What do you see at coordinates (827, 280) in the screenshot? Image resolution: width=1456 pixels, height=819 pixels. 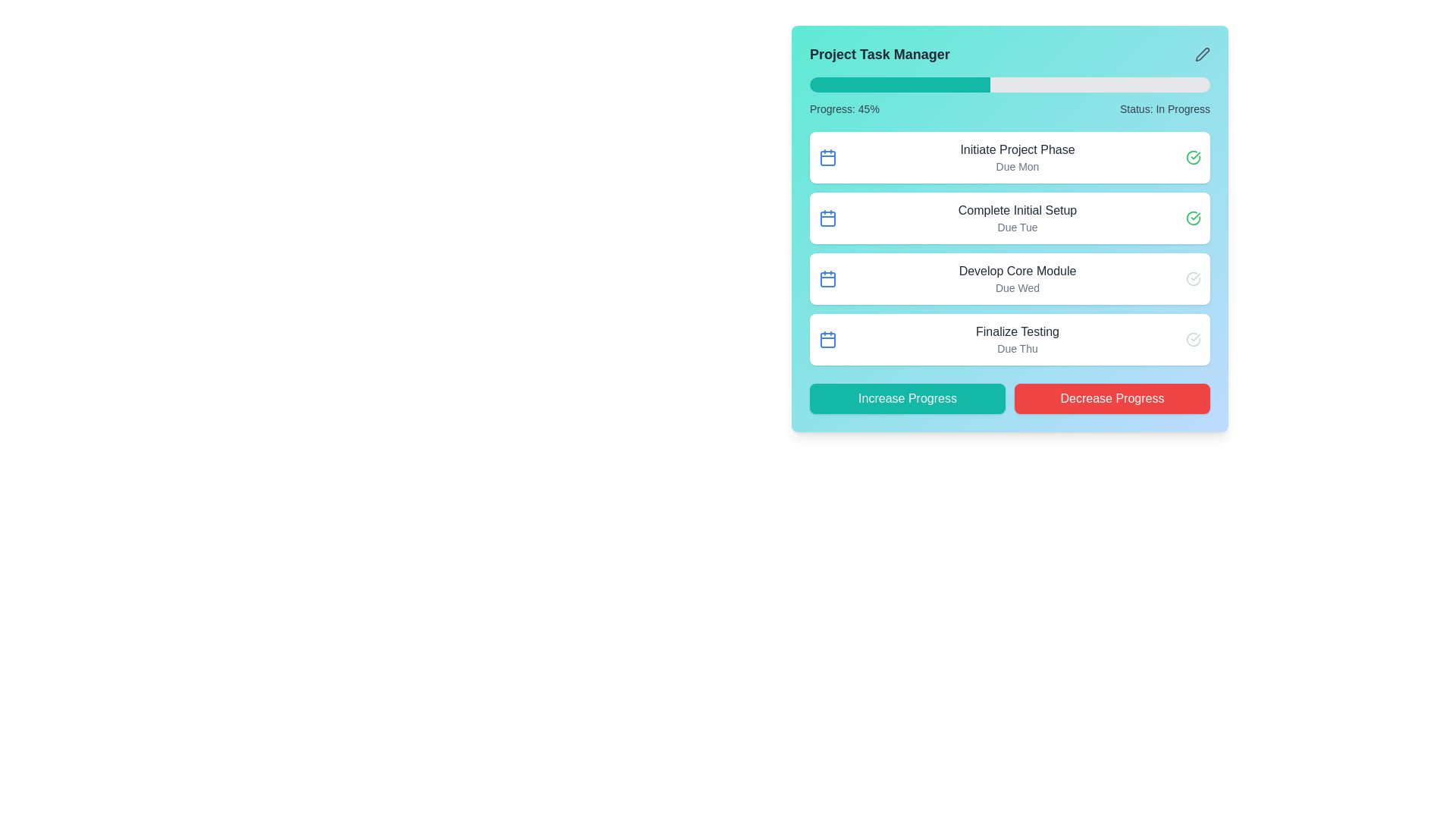 I see `the red rounded rectangle SVG element that represents a date box inside the calendar icon for the 'Develop Core Module' list item in the task management interface` at bounding box center [827, 280].